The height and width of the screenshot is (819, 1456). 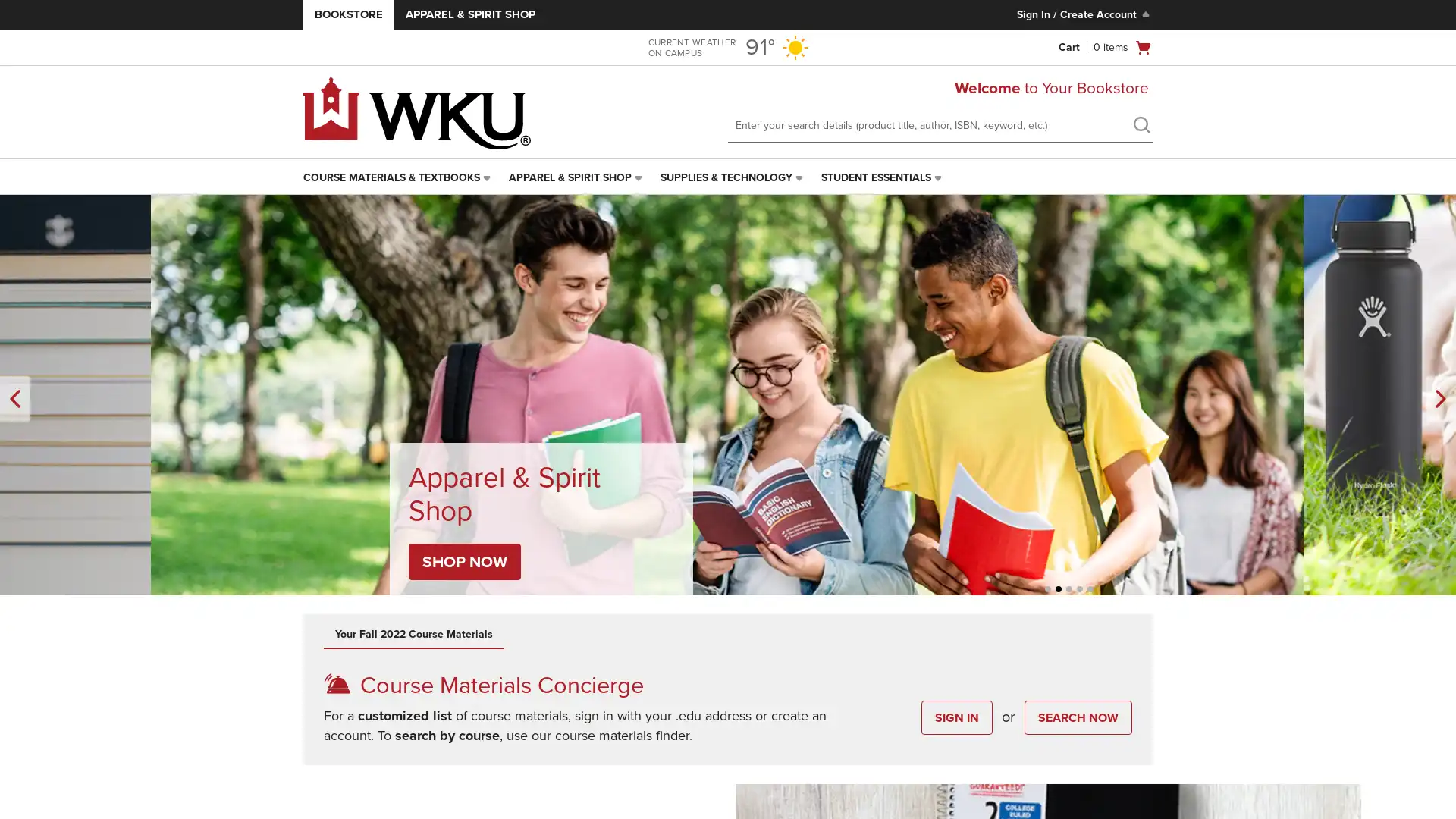 What do you see at coordinates (1047, 588) in the screenshot?
I see `Unselected, Slide 1` at bounding box center [1047, 588].